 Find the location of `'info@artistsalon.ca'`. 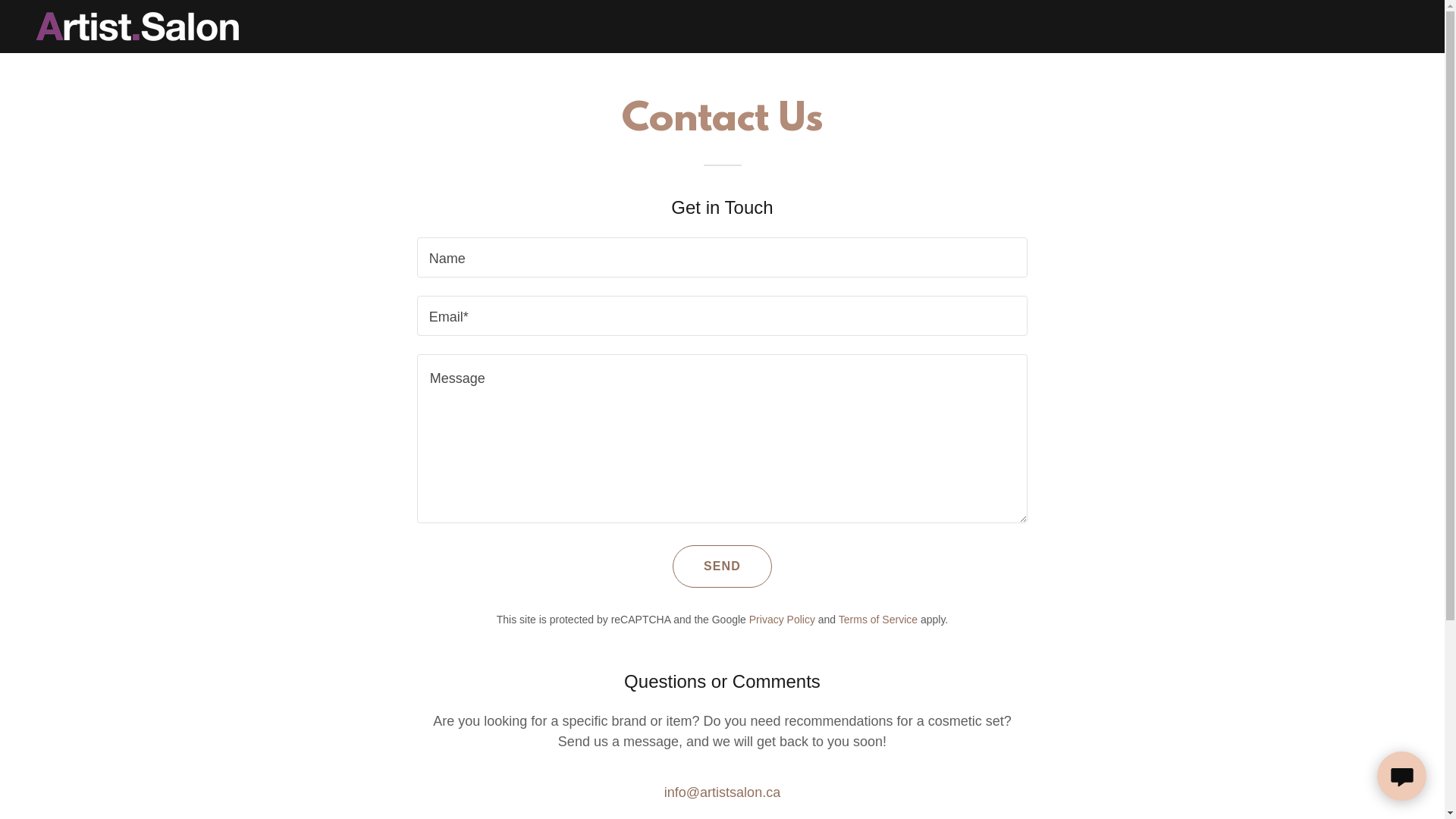

'info@artistsalon.ca' is located at coordinates (721, 792).